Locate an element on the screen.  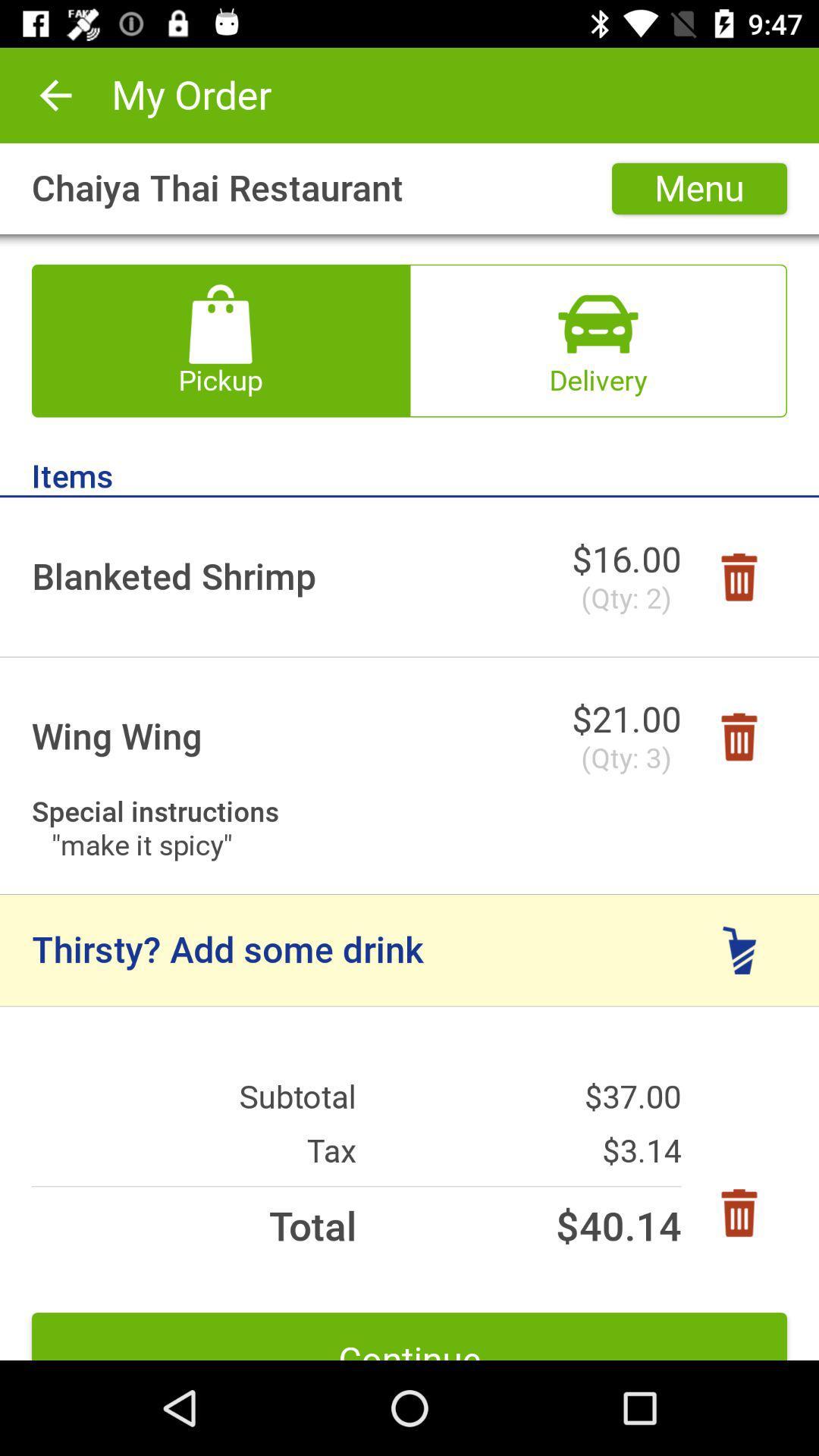
the menu is located at coordinates (699, 188).